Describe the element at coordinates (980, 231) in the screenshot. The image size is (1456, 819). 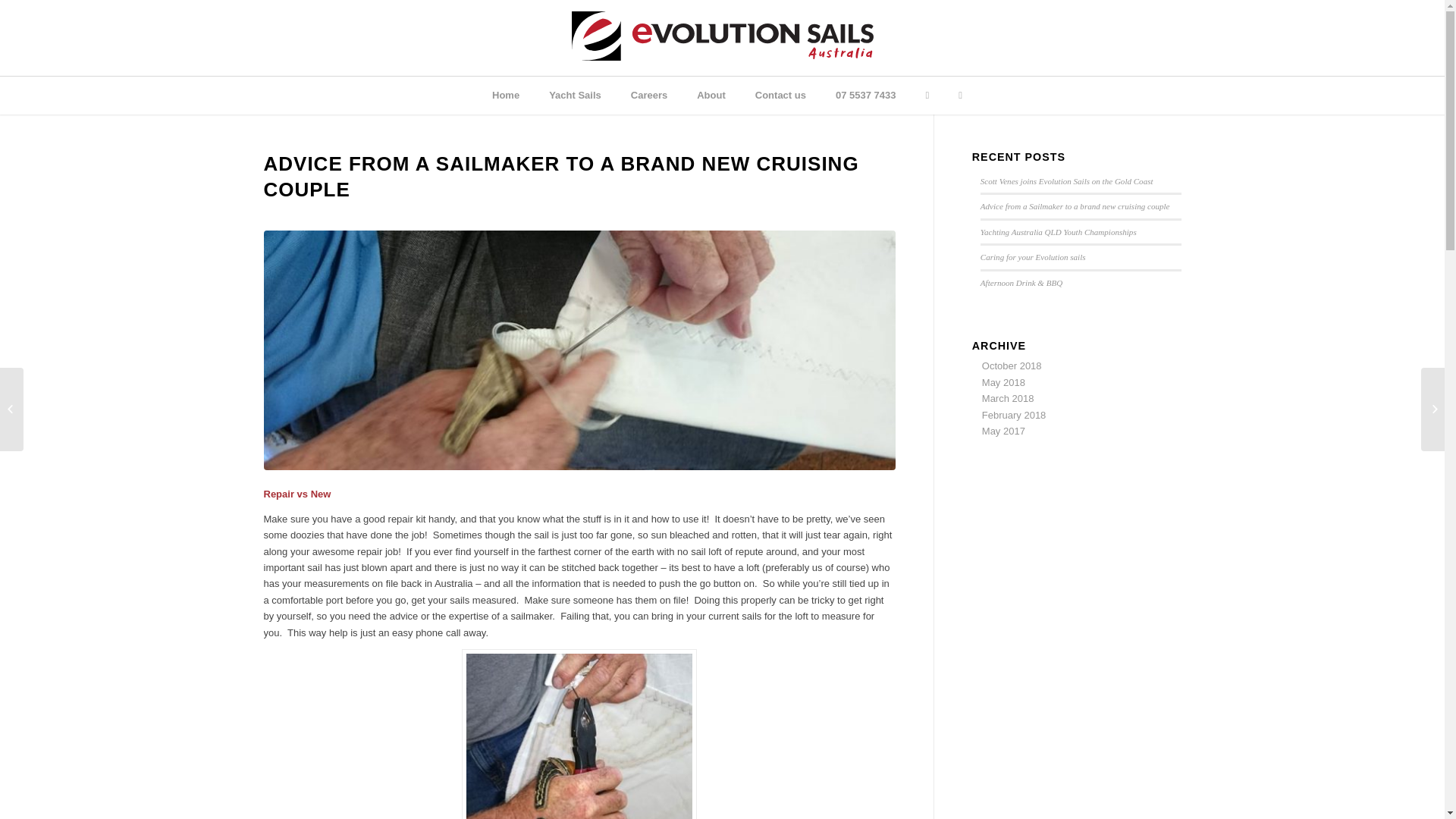
I see `'Yachting Australia QLD Youth Championships'` at that location.